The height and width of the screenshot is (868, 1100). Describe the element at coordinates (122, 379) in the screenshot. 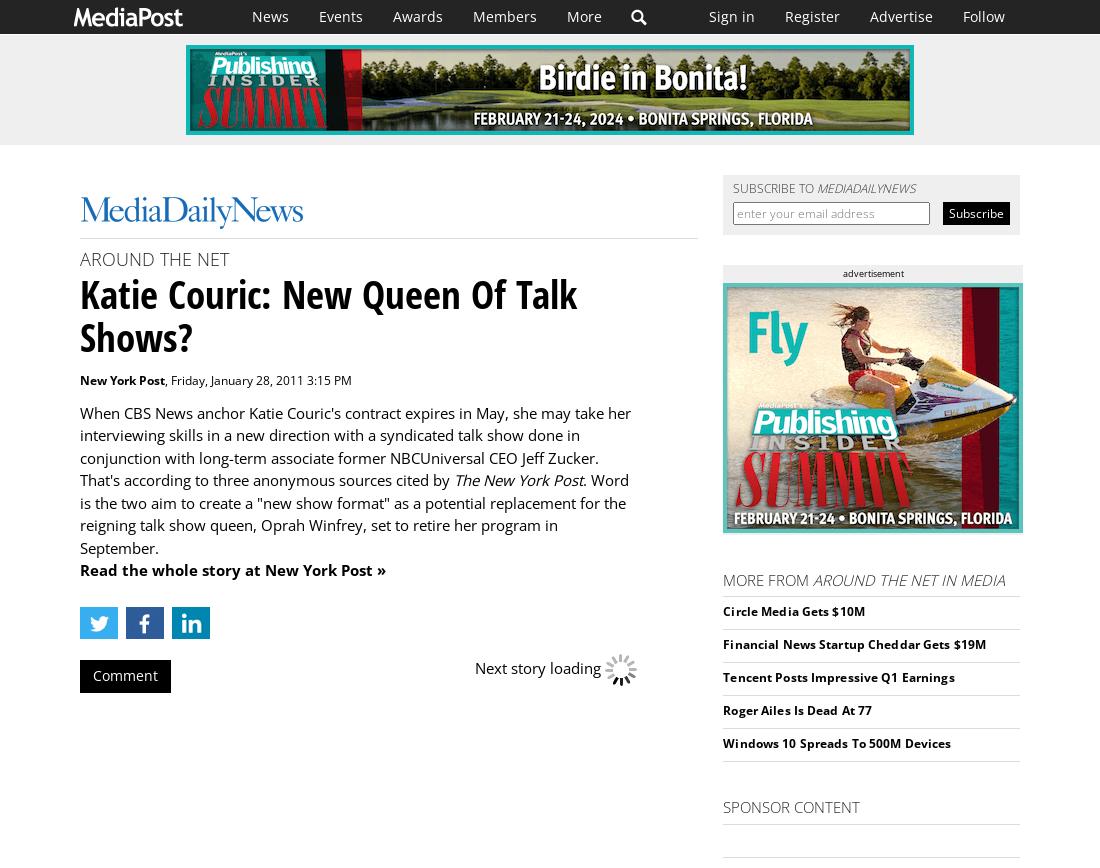

I see `'New York Post'` at that location.